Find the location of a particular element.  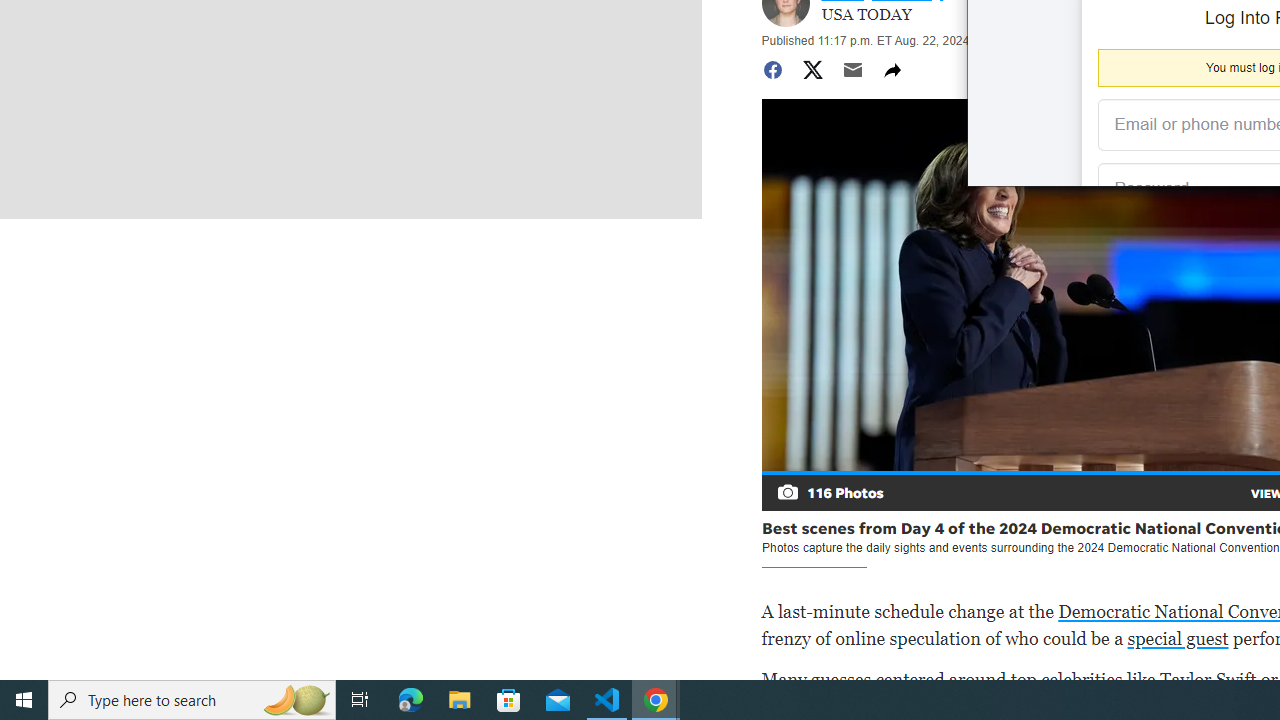

'Share natively' is located at coordinates (891, 68).